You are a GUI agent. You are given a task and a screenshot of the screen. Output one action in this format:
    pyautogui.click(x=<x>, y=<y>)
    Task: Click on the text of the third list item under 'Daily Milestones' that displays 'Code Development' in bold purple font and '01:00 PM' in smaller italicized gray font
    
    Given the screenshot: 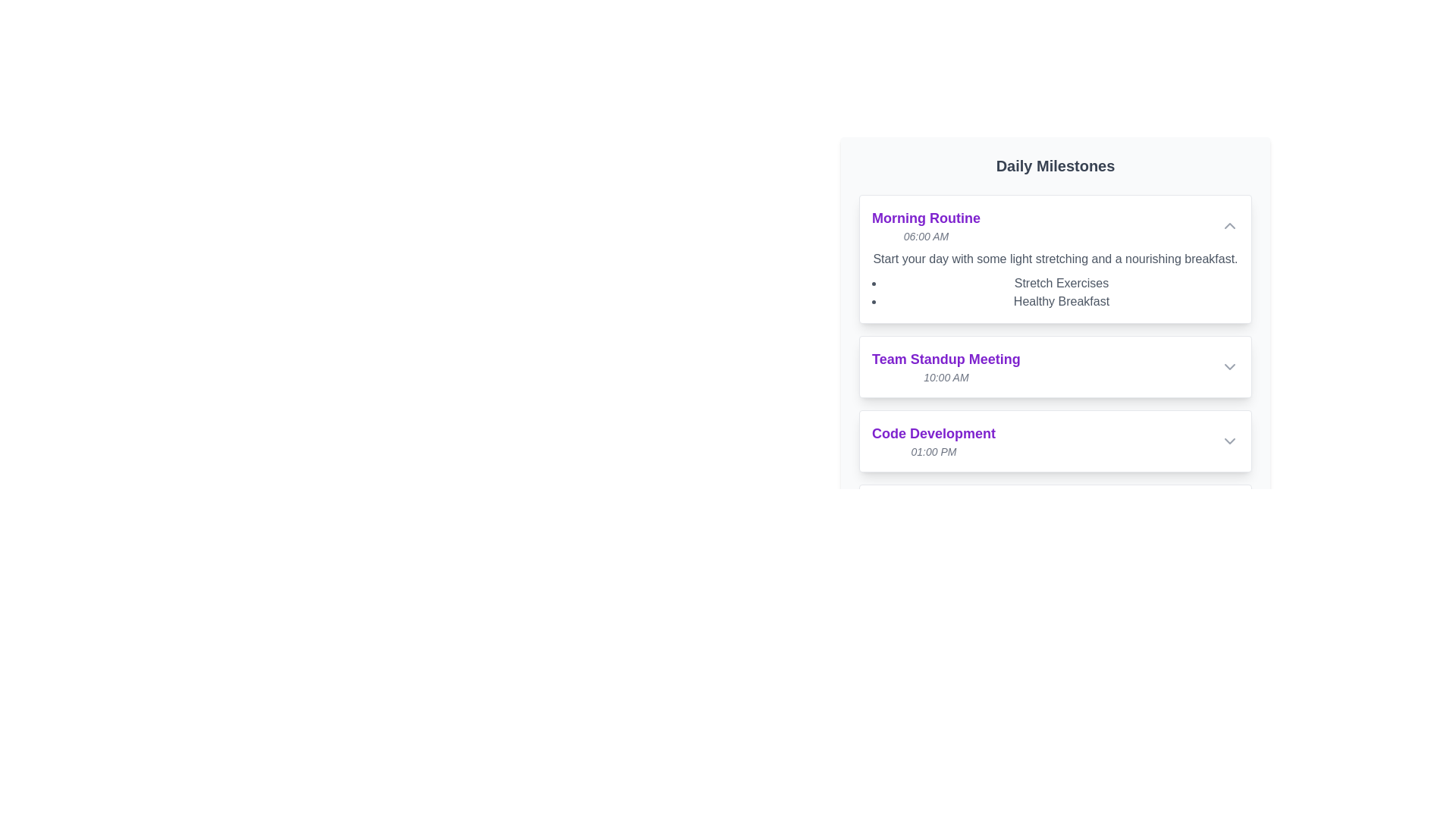 What is the action you would take?
    pyautogui.click(x=933, y=441)
    